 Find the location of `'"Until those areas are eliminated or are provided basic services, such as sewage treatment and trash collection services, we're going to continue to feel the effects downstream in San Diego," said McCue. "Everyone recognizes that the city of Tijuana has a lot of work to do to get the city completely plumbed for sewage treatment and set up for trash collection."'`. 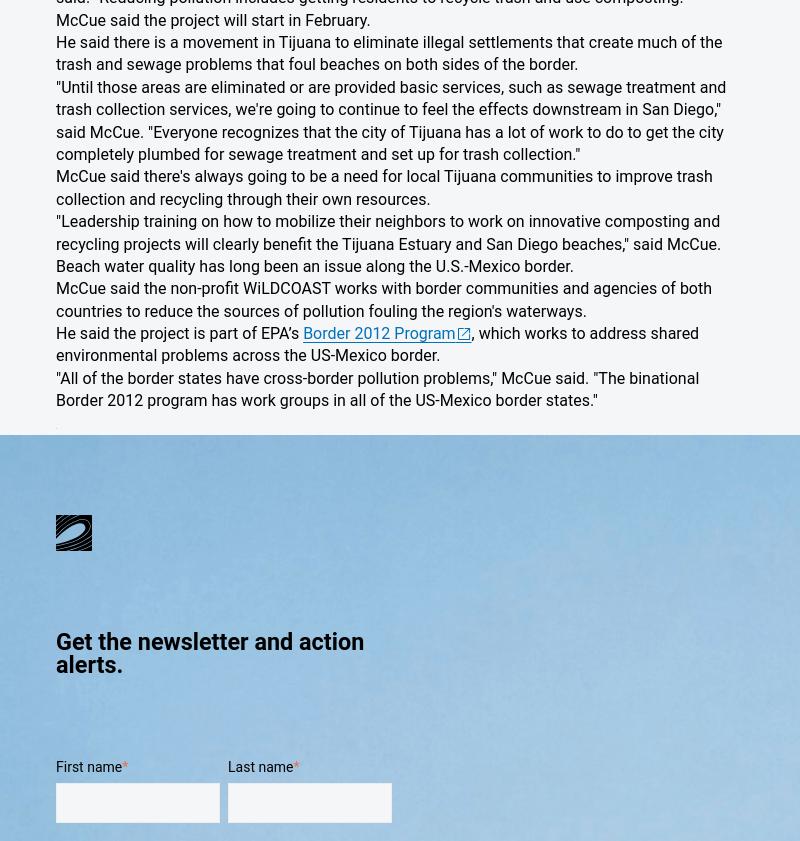

'"Until those areas are eliminated or are provided basic services, such as sewage treatment and trash collection services, we're going to continue to feel the effects downstream in San Diego," said McCue. "Everyone recognizes that the city of Tijuana has a lot of work to do to get the city completely plumbed for sewage treatment and set up for trash collection."' is located at coordinates (55, 119).